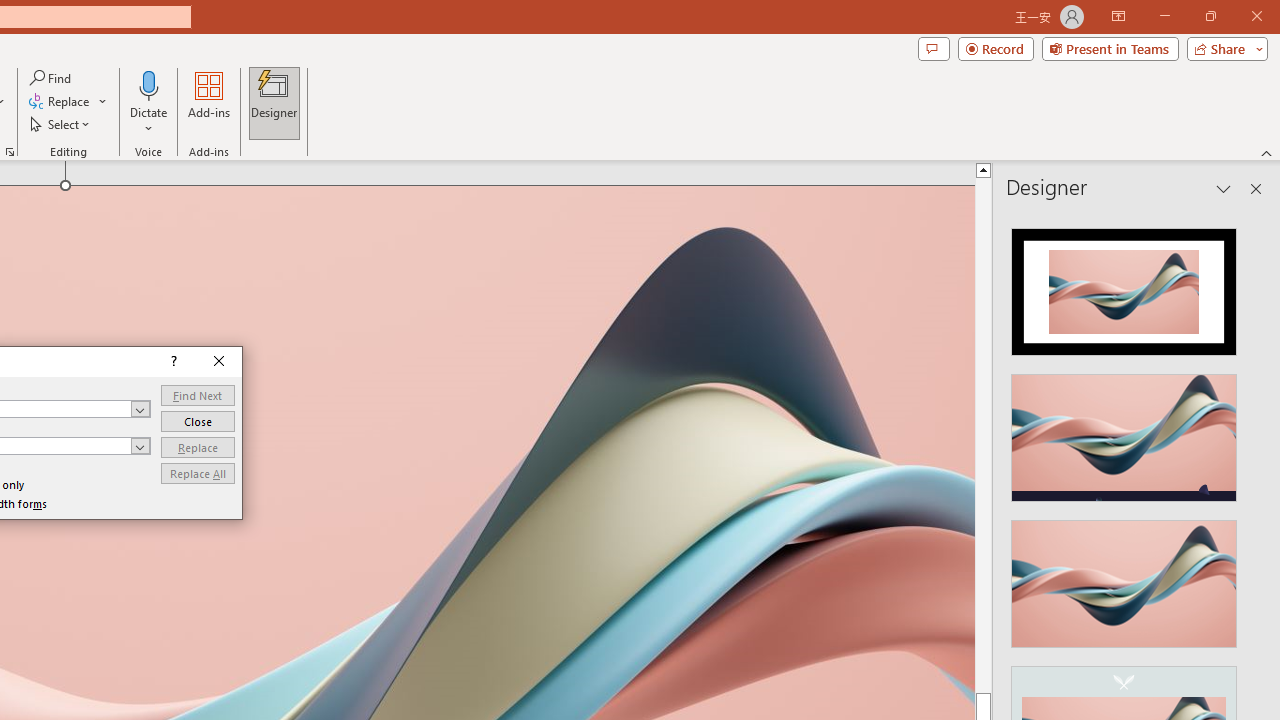 The width and height of the screenshot is (1280, 720). I want to click on 'Find Next', so click(197, 395).